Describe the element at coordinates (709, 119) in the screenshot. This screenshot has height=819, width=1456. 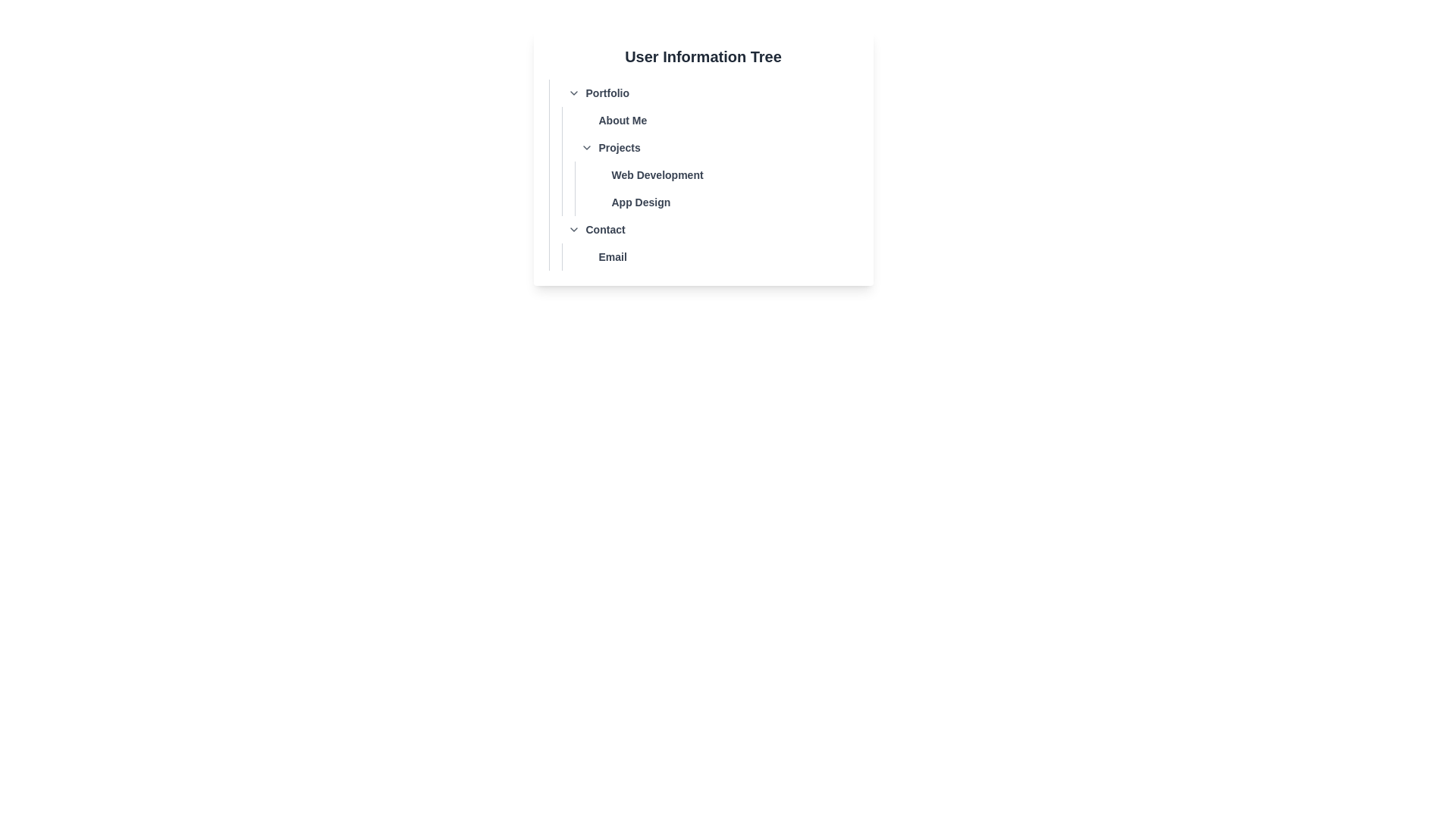
I see `the 'About Me' navigation link located under the 'Portfolio' section` at that location.